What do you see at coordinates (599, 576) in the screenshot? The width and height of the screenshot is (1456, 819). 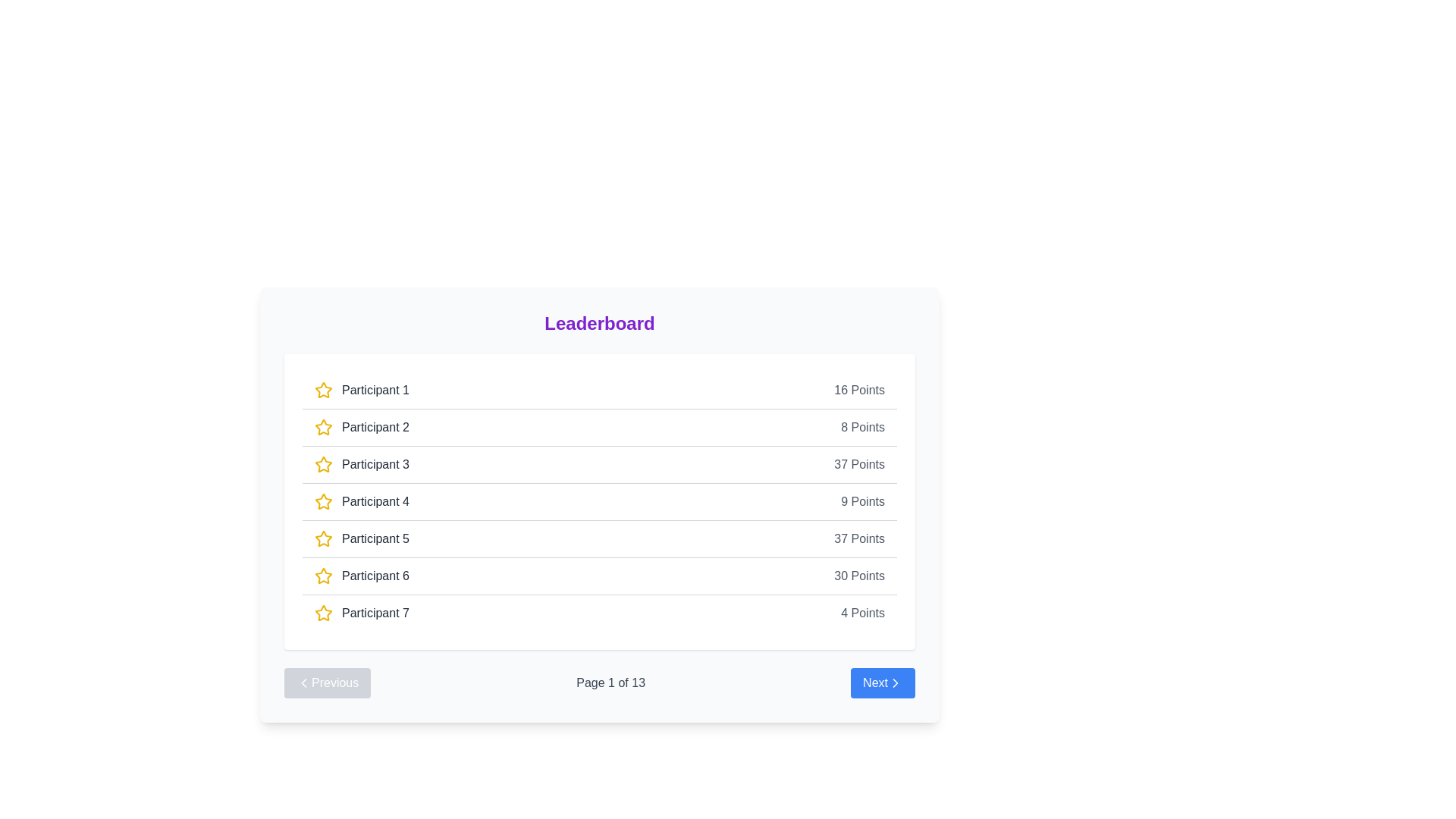 I see `name and points of the participant displayed in the sixth item of the leaderboard, located between 'Participant 5' and 'Participant 7'` at bounding box center [599, 576].